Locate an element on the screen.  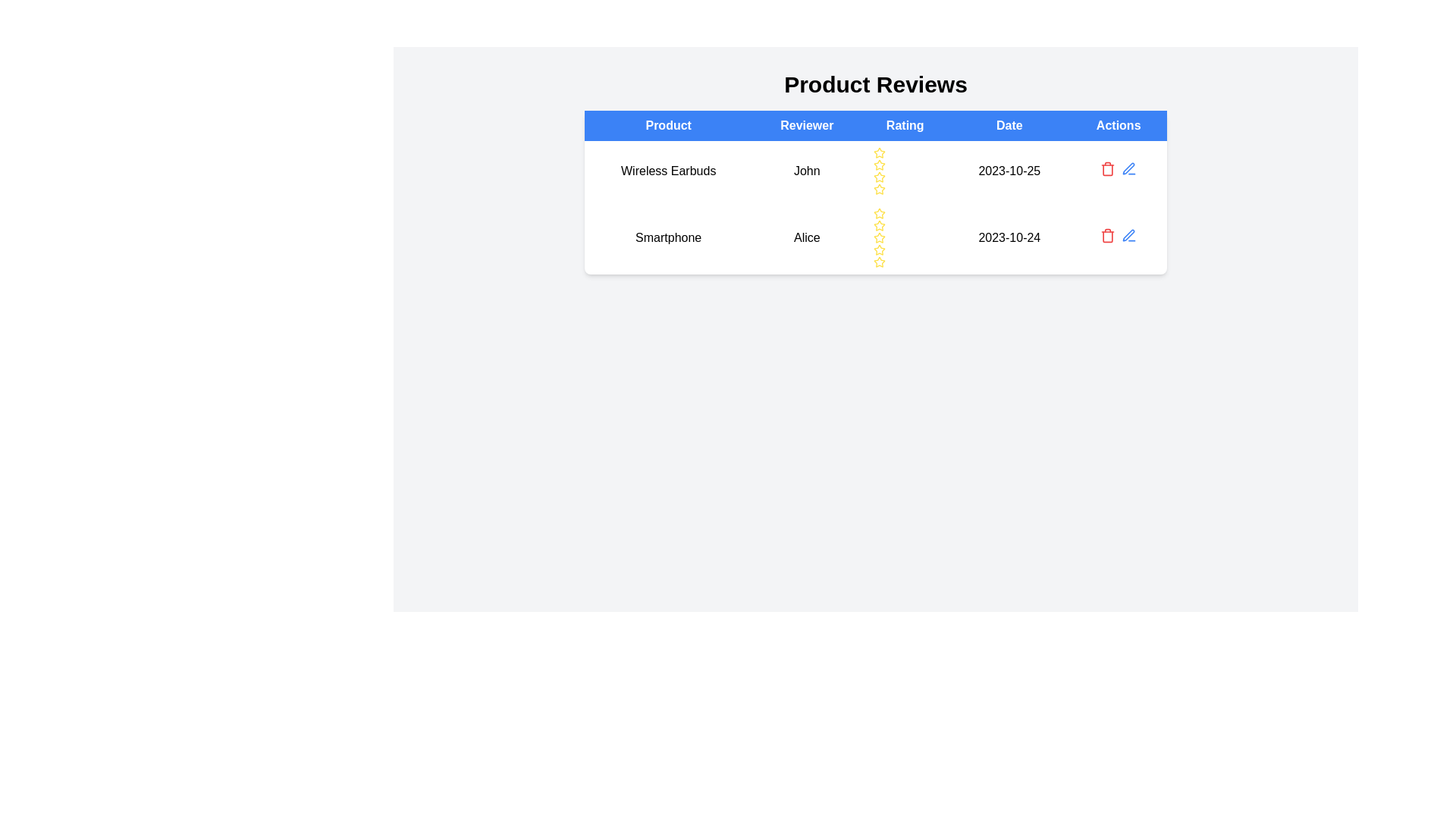
text of the date label displaying '2023-10-24', which is located in the second row under the 'Date' column of the table is located at coordinates (1009, 237).